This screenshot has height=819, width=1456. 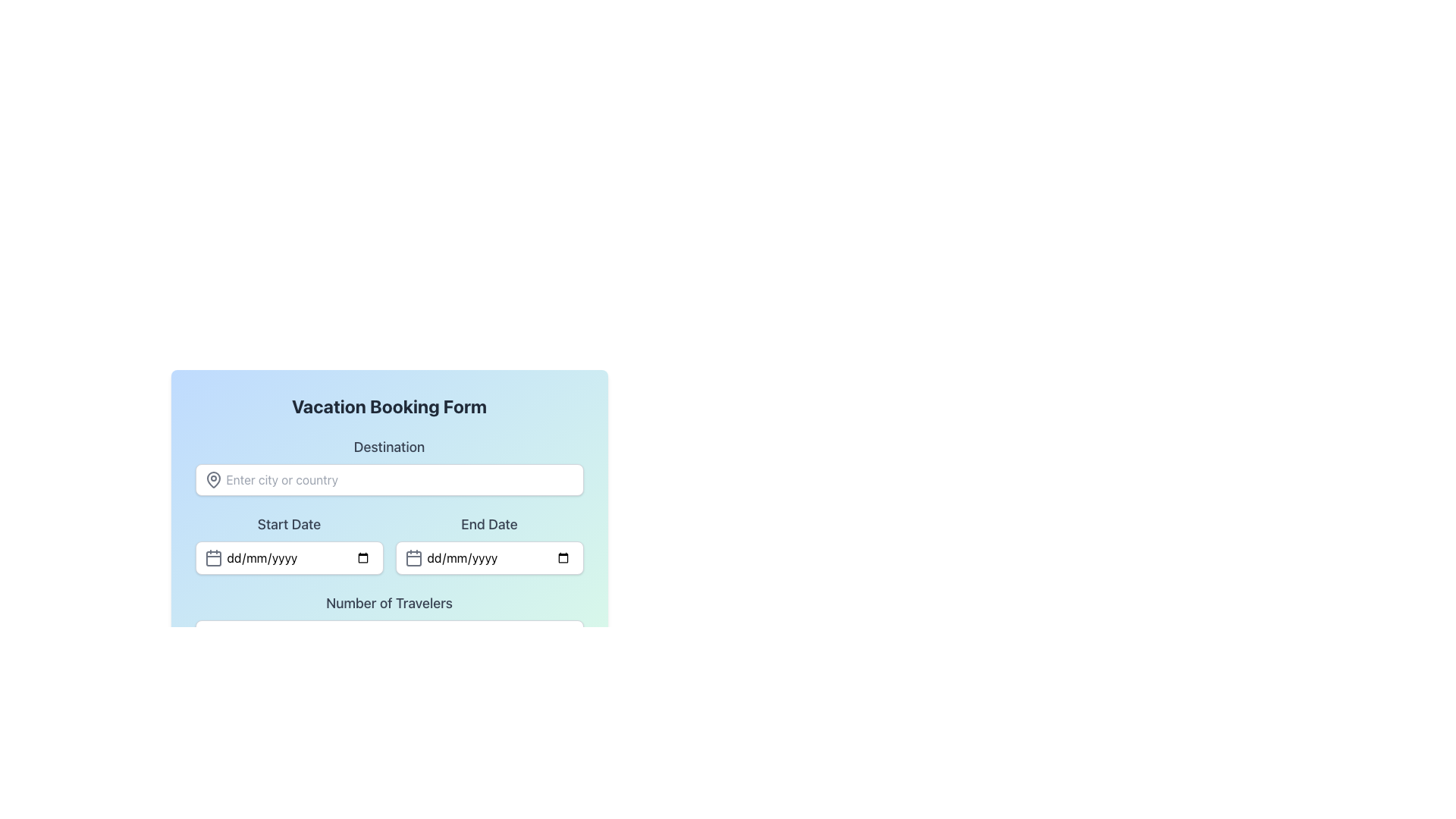 What do you see at coordinates (389, 550) in the screenshot?
I see `the vacation booking form` at bounding box center [389, 550].